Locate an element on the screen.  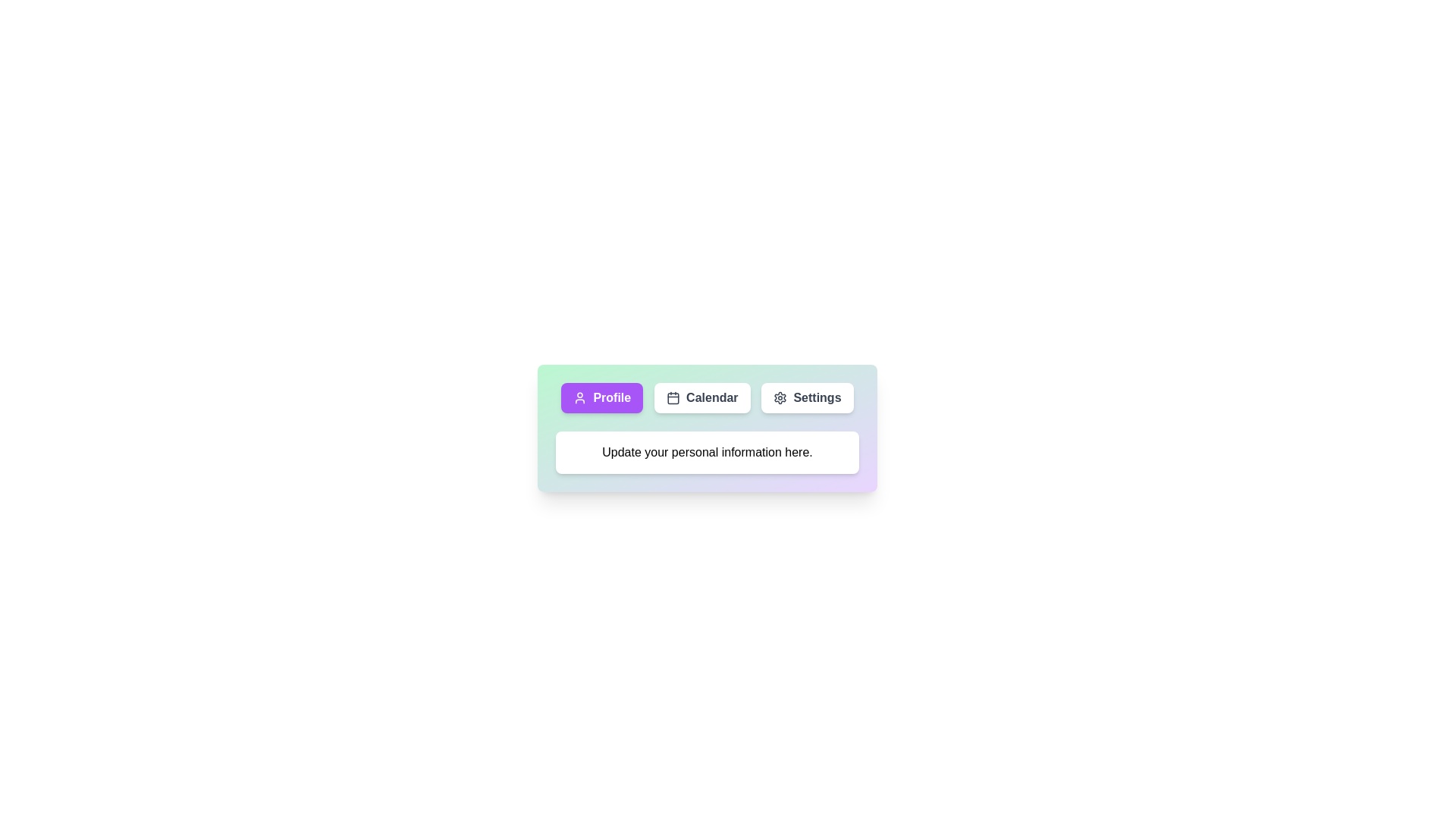
the 'Profile' text label, which is styled in white bold text on a purple background, to check for interactive effects is located at coordinates (612, 397).